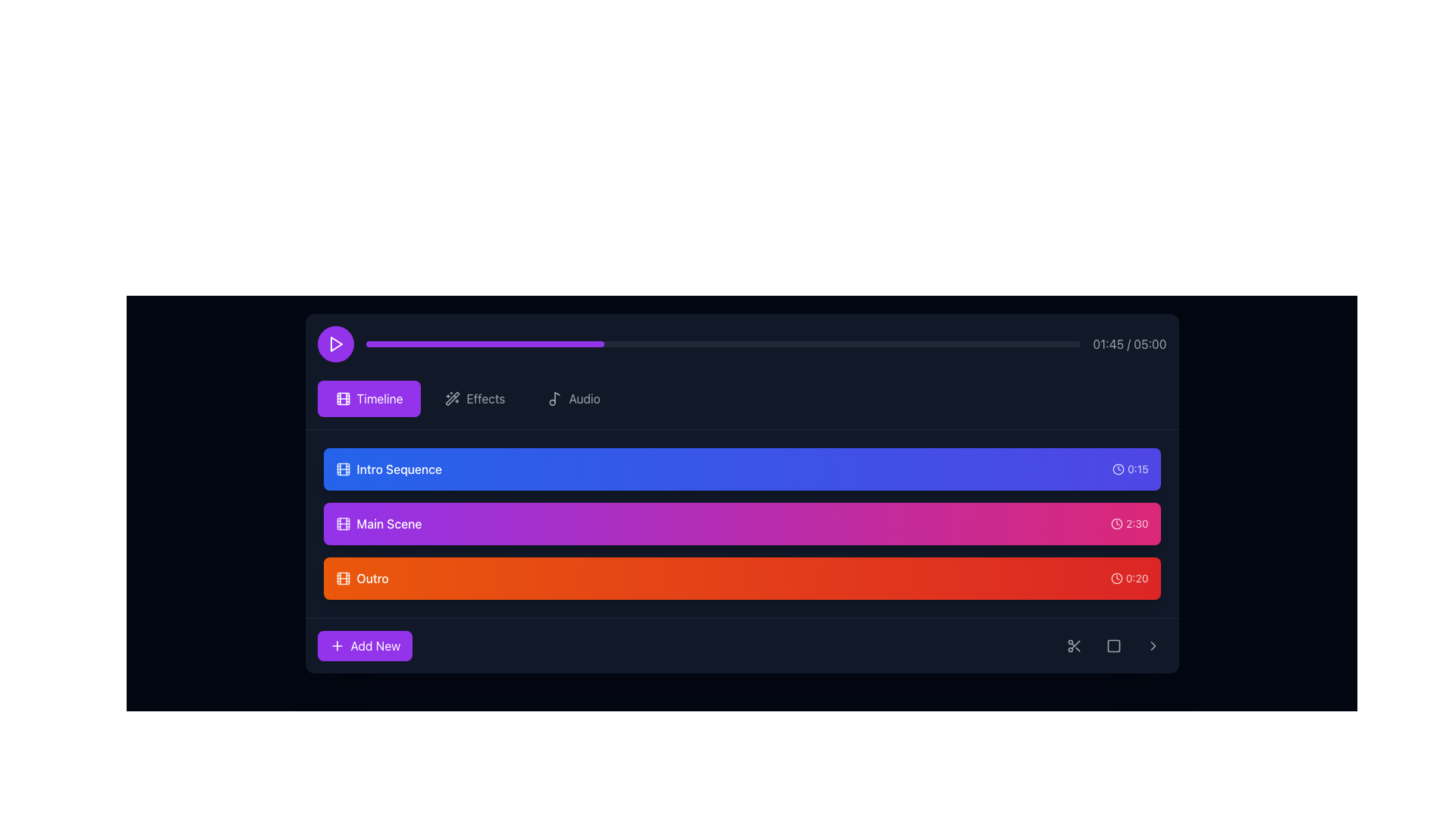 This screenshot has width=1456, height=819. What do you see at coordinates (452, 397) in the screenshot?
I see `the wand icon with sparkles located in the top-left corner of the interface for accessibility purposes` at bounding box center [452, 397].